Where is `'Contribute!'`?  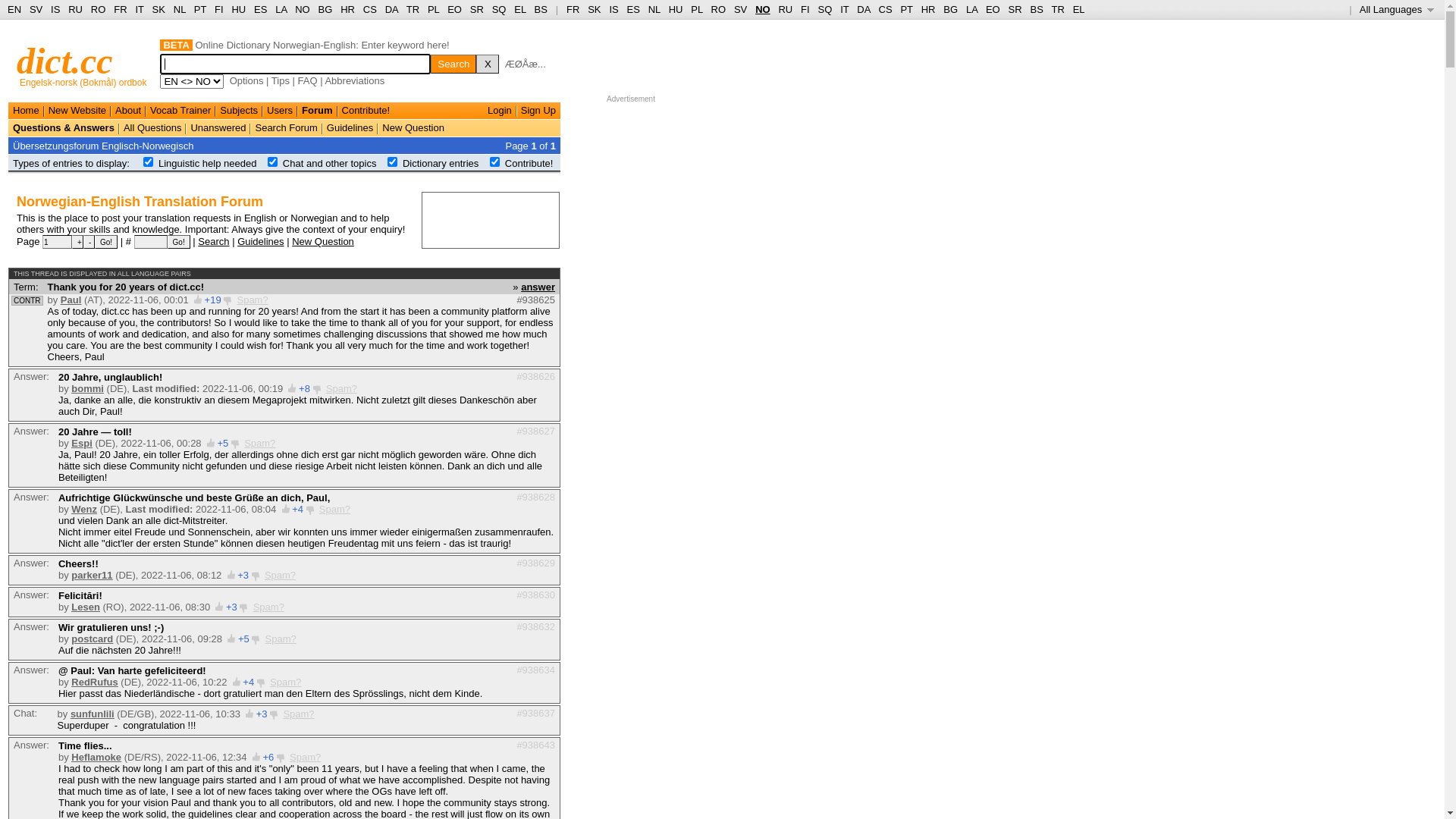
'Contribute!' is located at coordinates (366, 109).